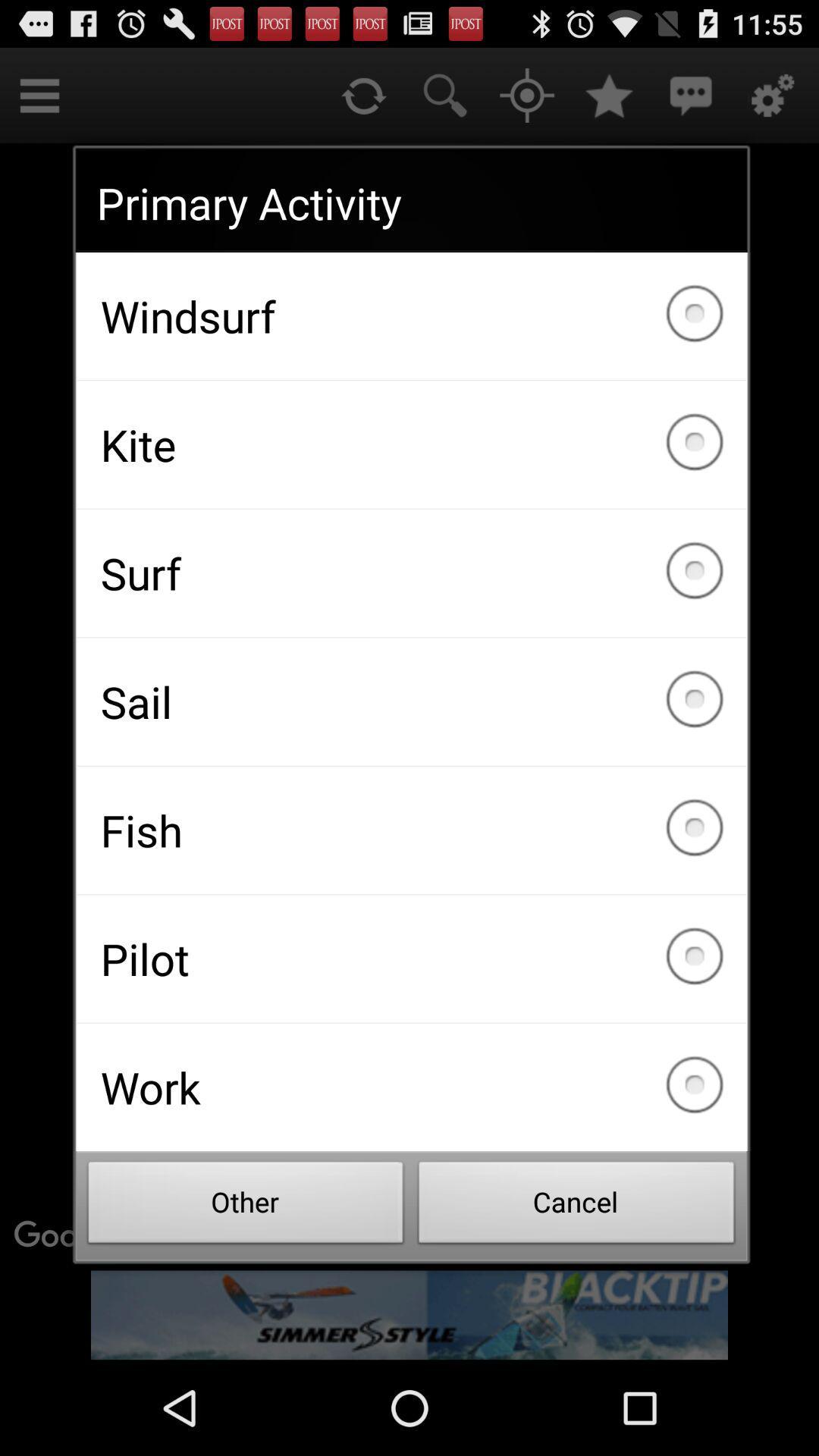 This screenshot has height=1456, width=819. What do you see at coordinates (576, 1206) in the screenshot?
I see `item below the work icon` at bounding box center [576, 1206].